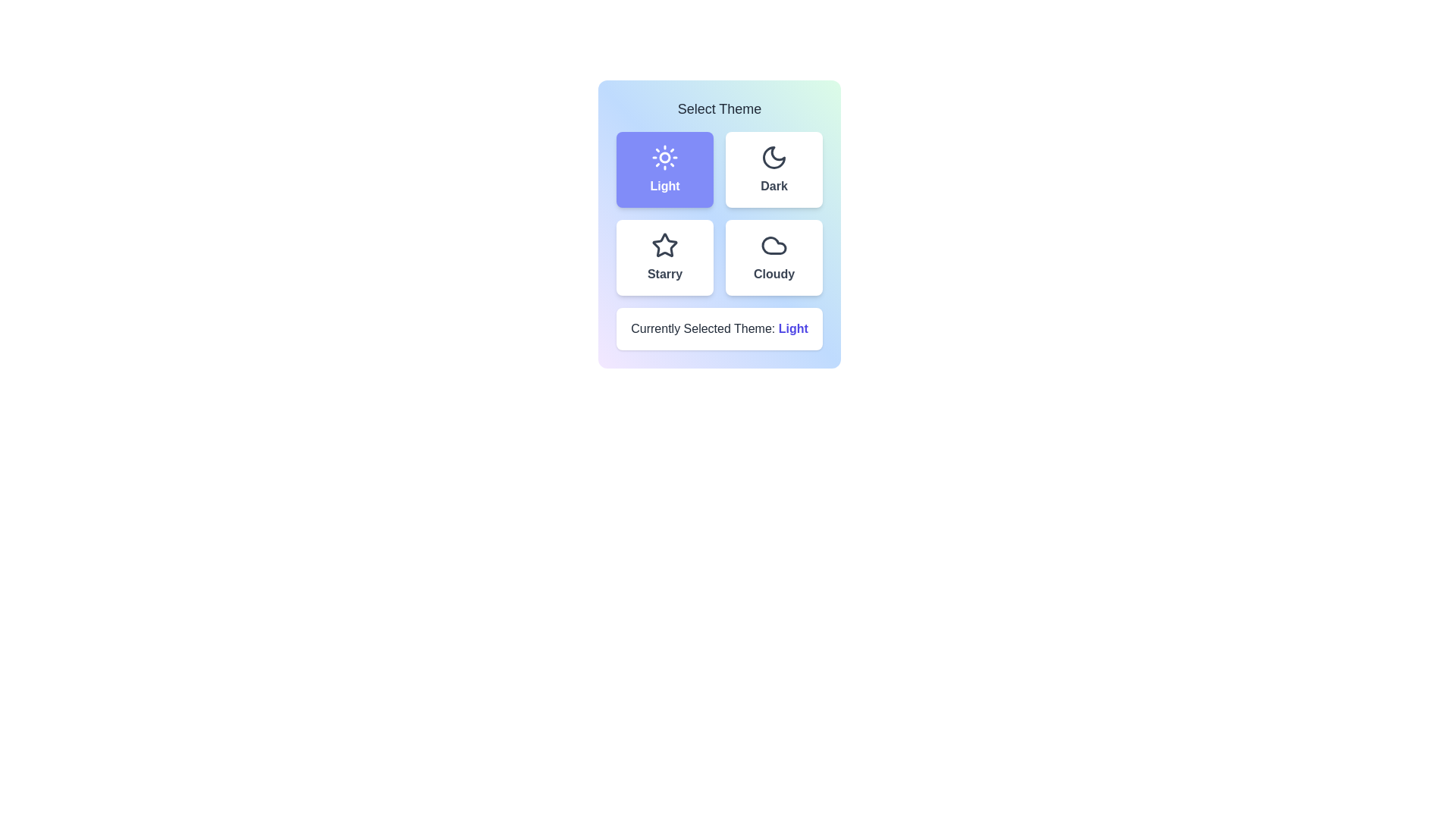  What do you see at coordinates (665, 256) in the screenshot?
I see `the theme button corresponding to Starry` at bounding box center [665, 256].